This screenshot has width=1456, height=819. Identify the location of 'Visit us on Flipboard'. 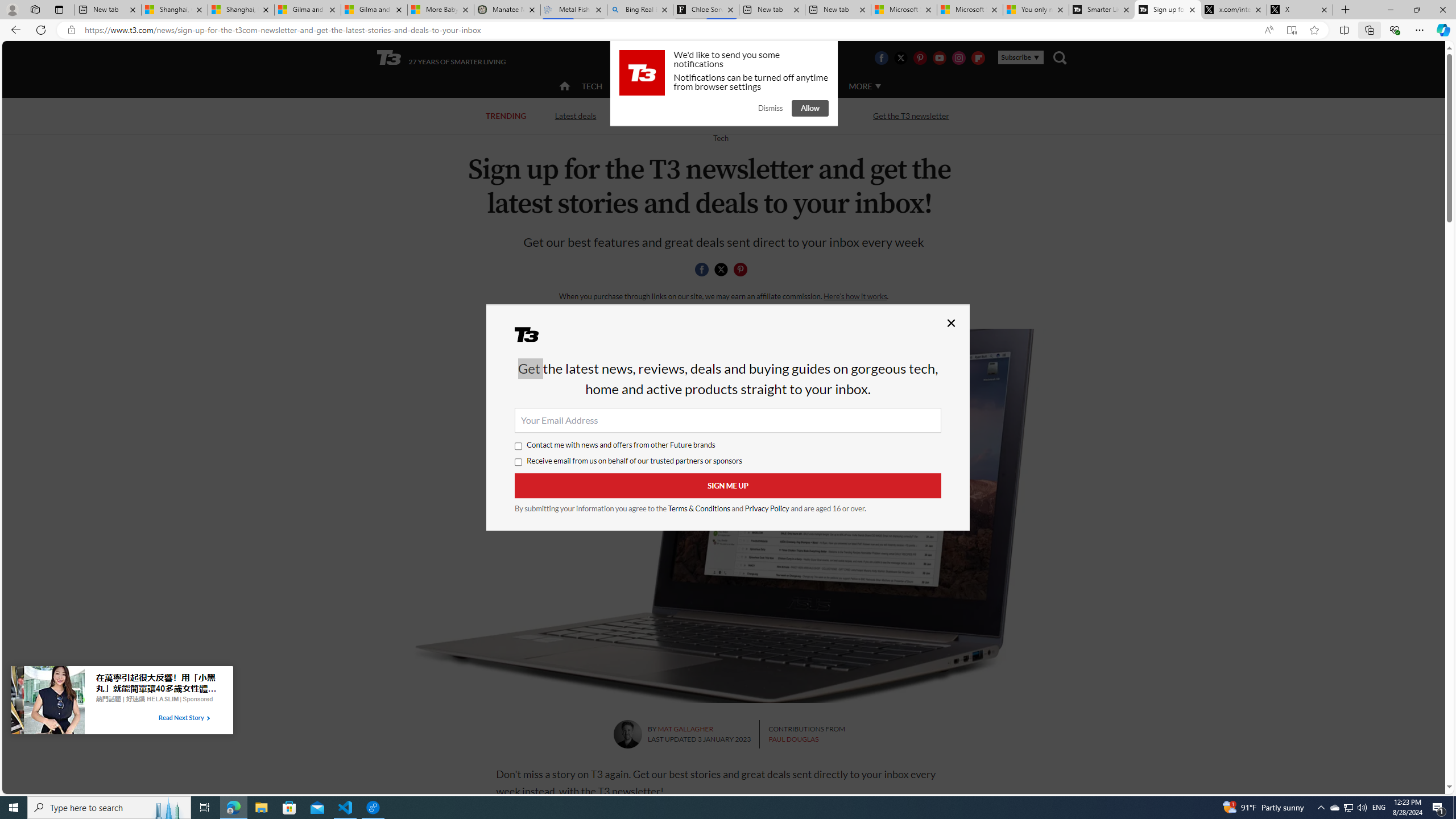
(978, 57).